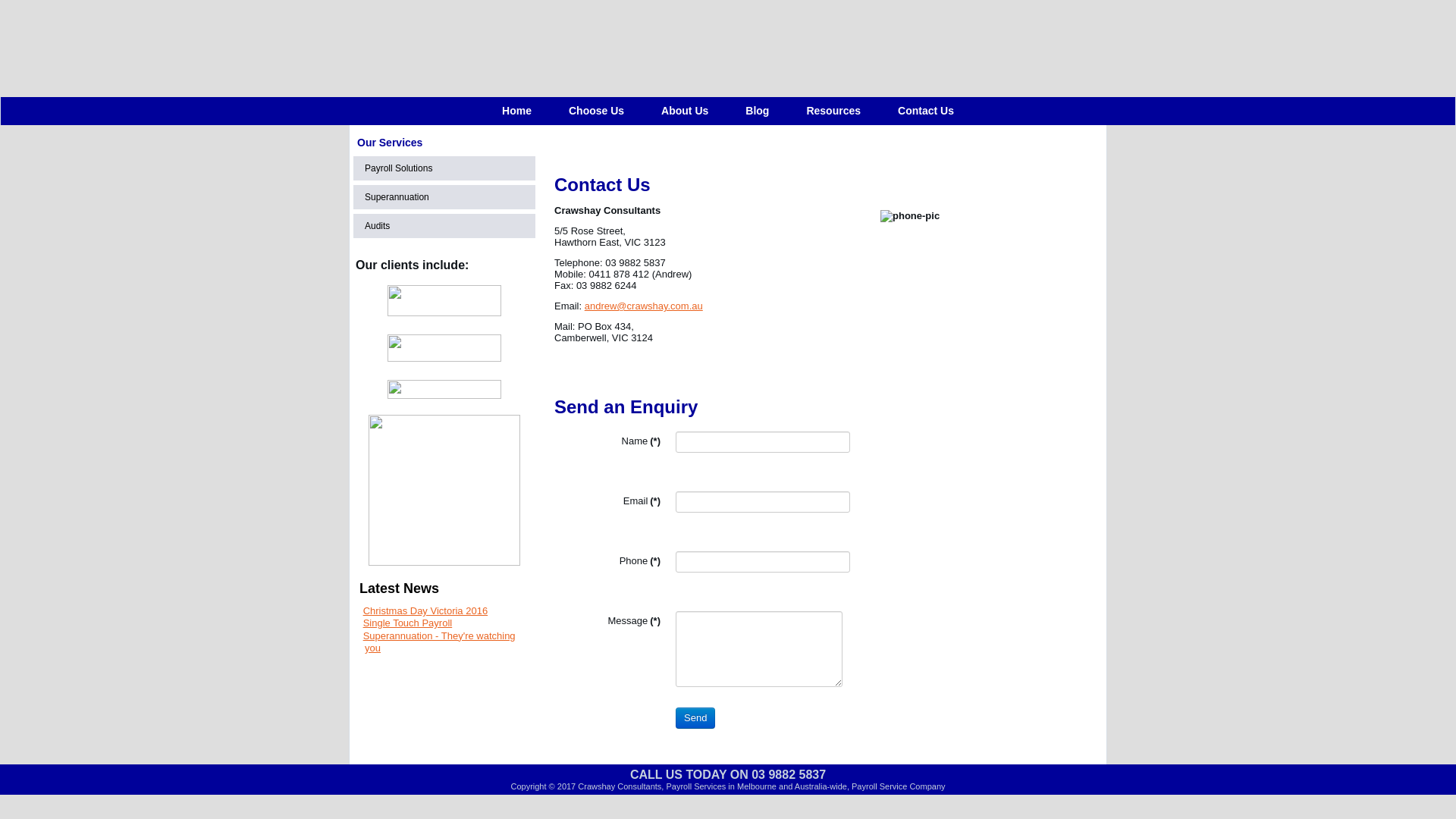 The width and height of the screenshot is (1456, 819). Describe the element at coordinates (683, 110) in the screenshot. I see `'About Us'` at that location.